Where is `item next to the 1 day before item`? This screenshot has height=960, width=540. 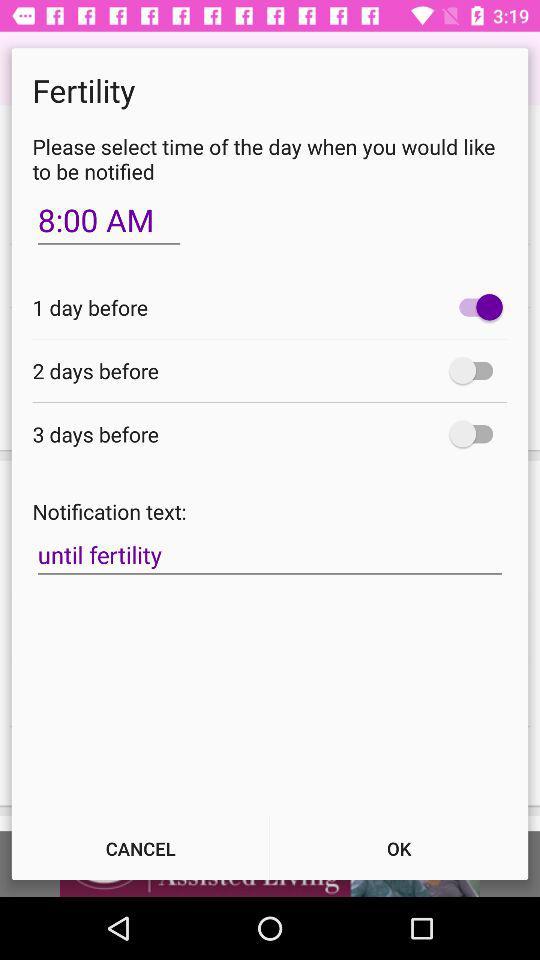
item next to the 1 day before item is located at coordinates (475, 307).